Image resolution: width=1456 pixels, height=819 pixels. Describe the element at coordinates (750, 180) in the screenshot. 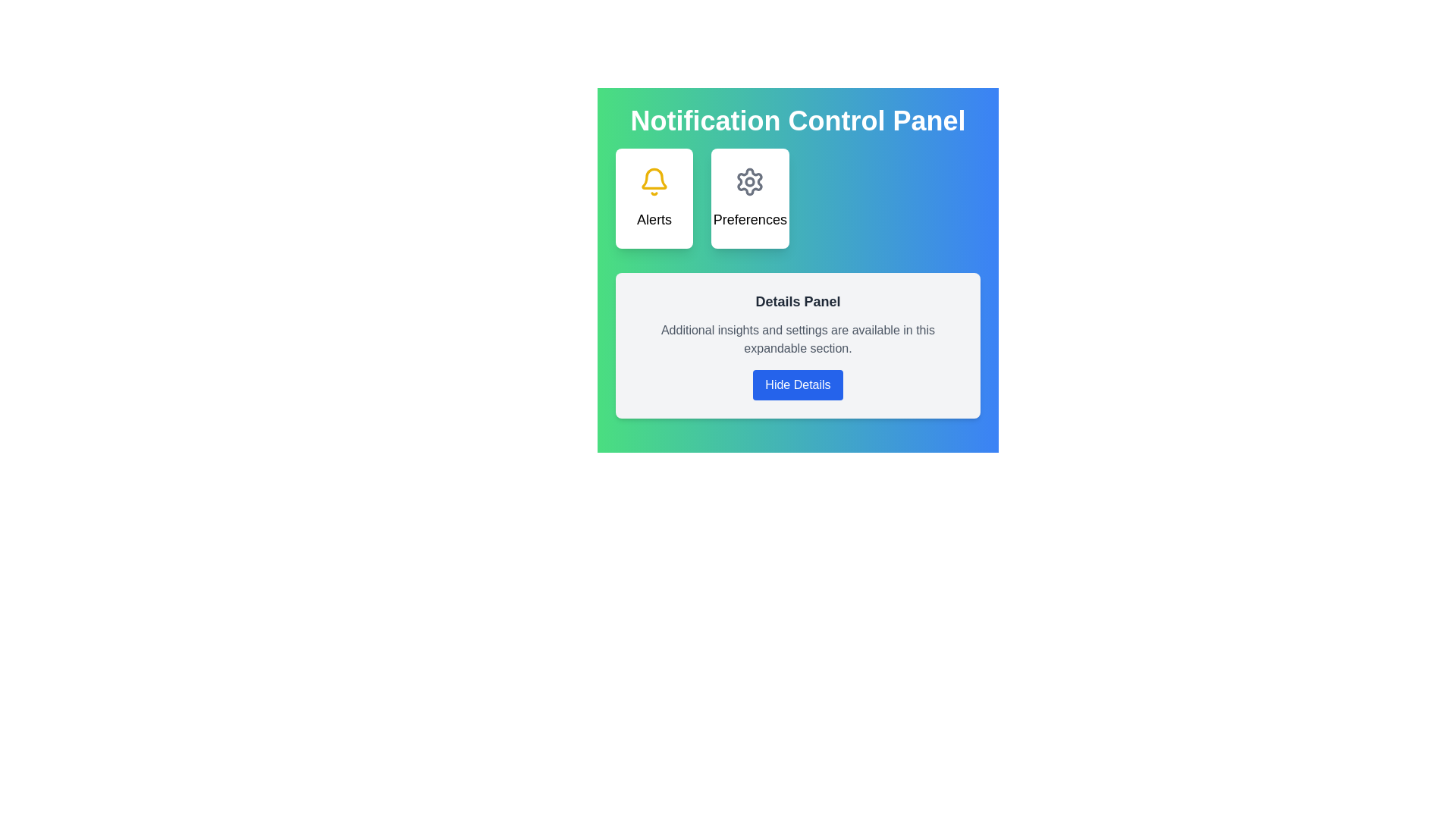

I see `the gear-shaped icon representing settings in the 'Preferences' section, which is positioned to the right of the 'Alerts' section` at that location.